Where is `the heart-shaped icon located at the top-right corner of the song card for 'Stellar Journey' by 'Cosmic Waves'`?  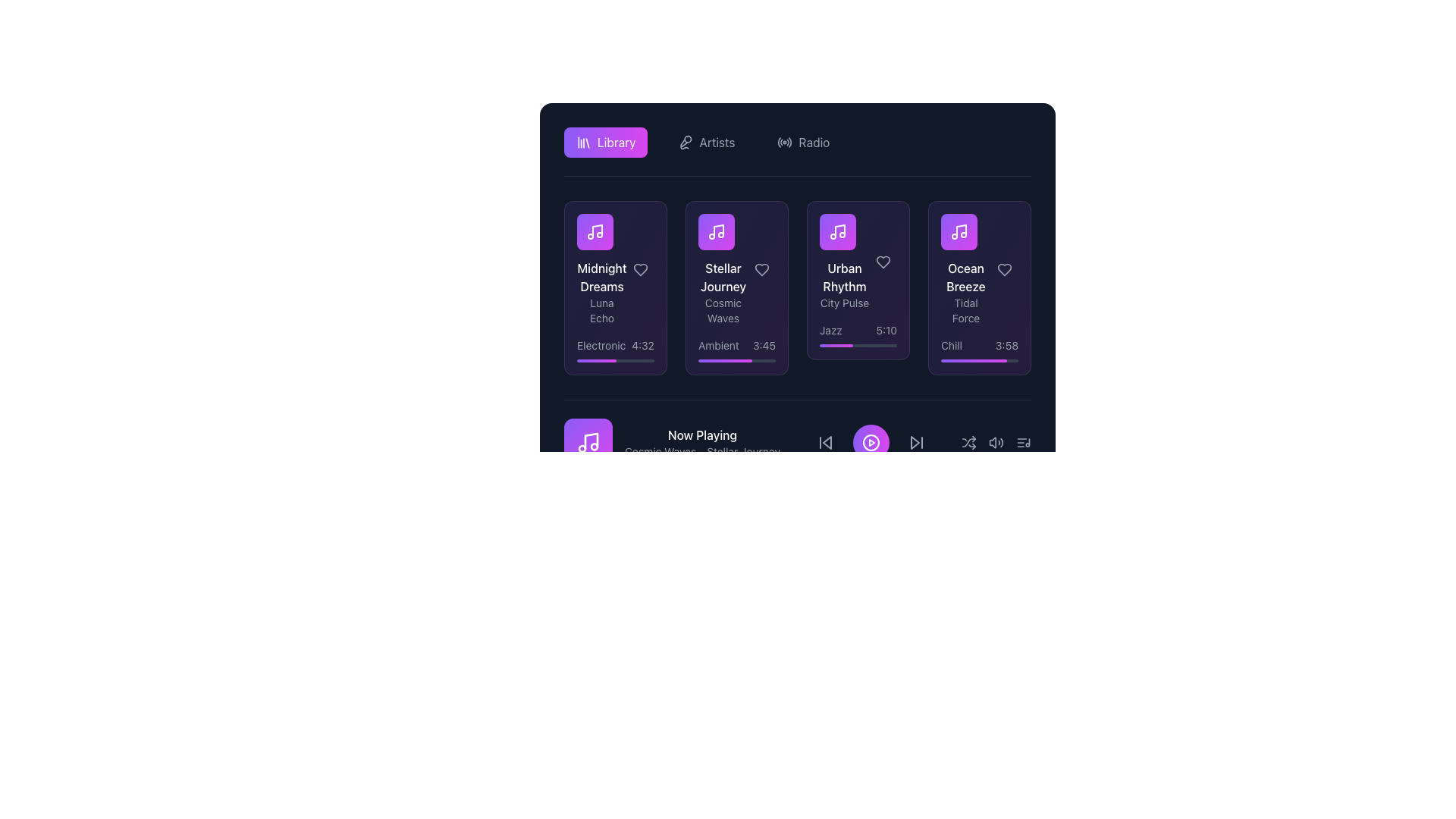 the heart-shaped icon located at the top-right corner of the song card for 'Stellar Journey' by 'Cosmic Waves' is located at coordinates (761, 268).